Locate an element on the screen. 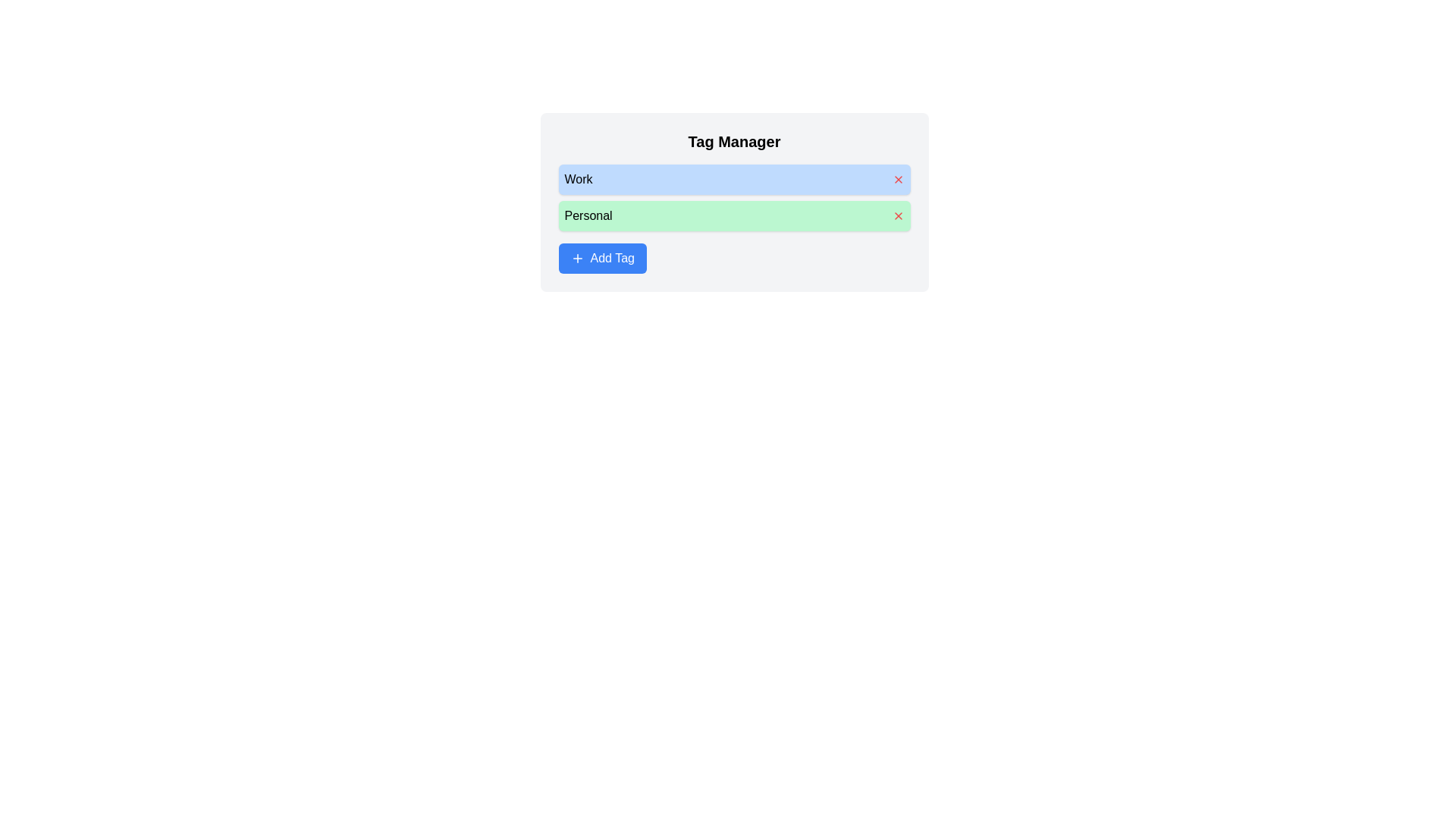  the 'Personal' tag item in the Tag Manager section, which is the second selectable item below the 'Work' button is located at coordinates (734, 216).